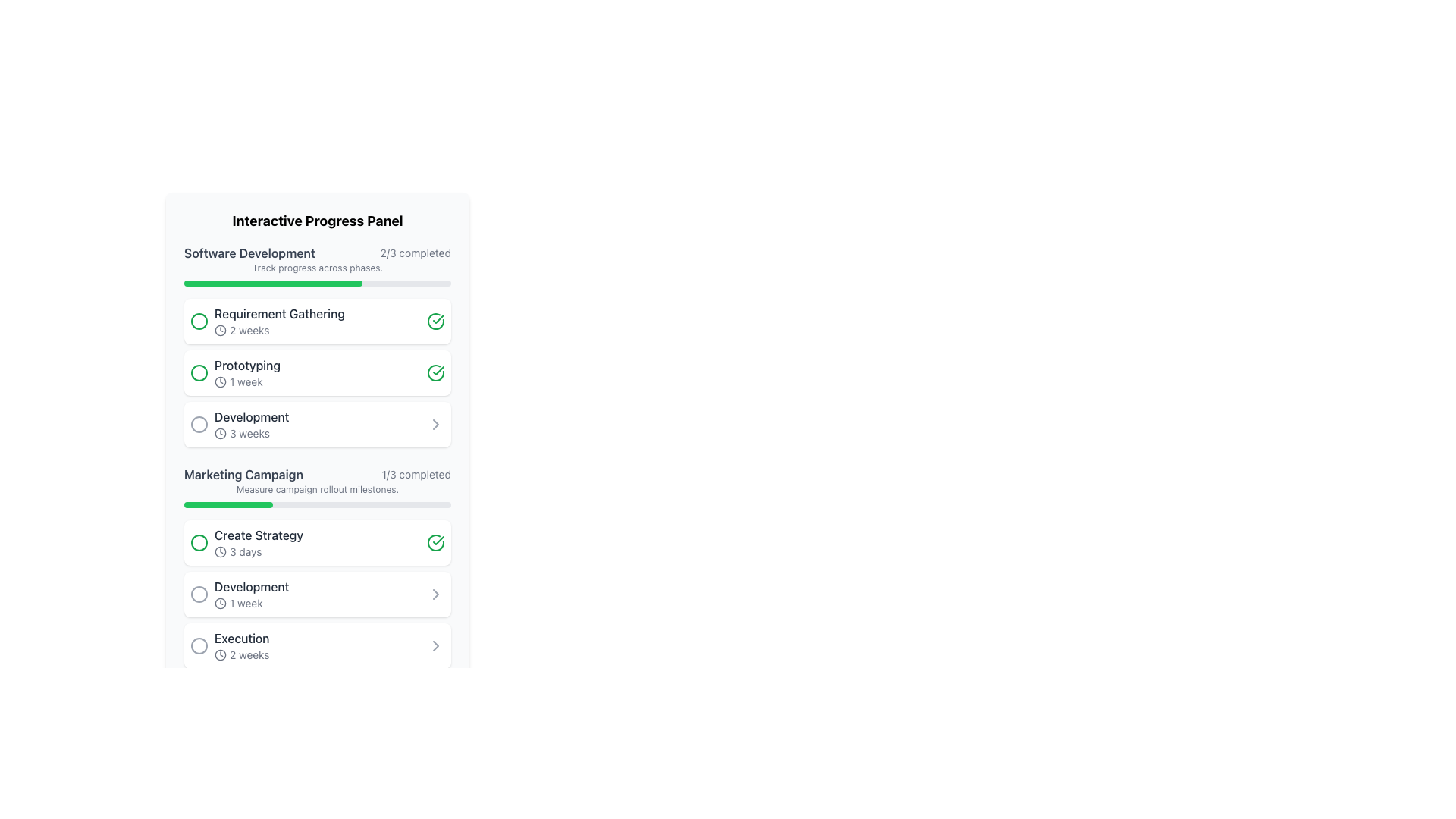 The height and width of the screenshot is (819, 1456). I want to click on the informational text label reading 'Measure campaign rollout milestones.' which is styled in gray and located below the 'Marketing Campaign' title and progress bar, so click(316, 489).